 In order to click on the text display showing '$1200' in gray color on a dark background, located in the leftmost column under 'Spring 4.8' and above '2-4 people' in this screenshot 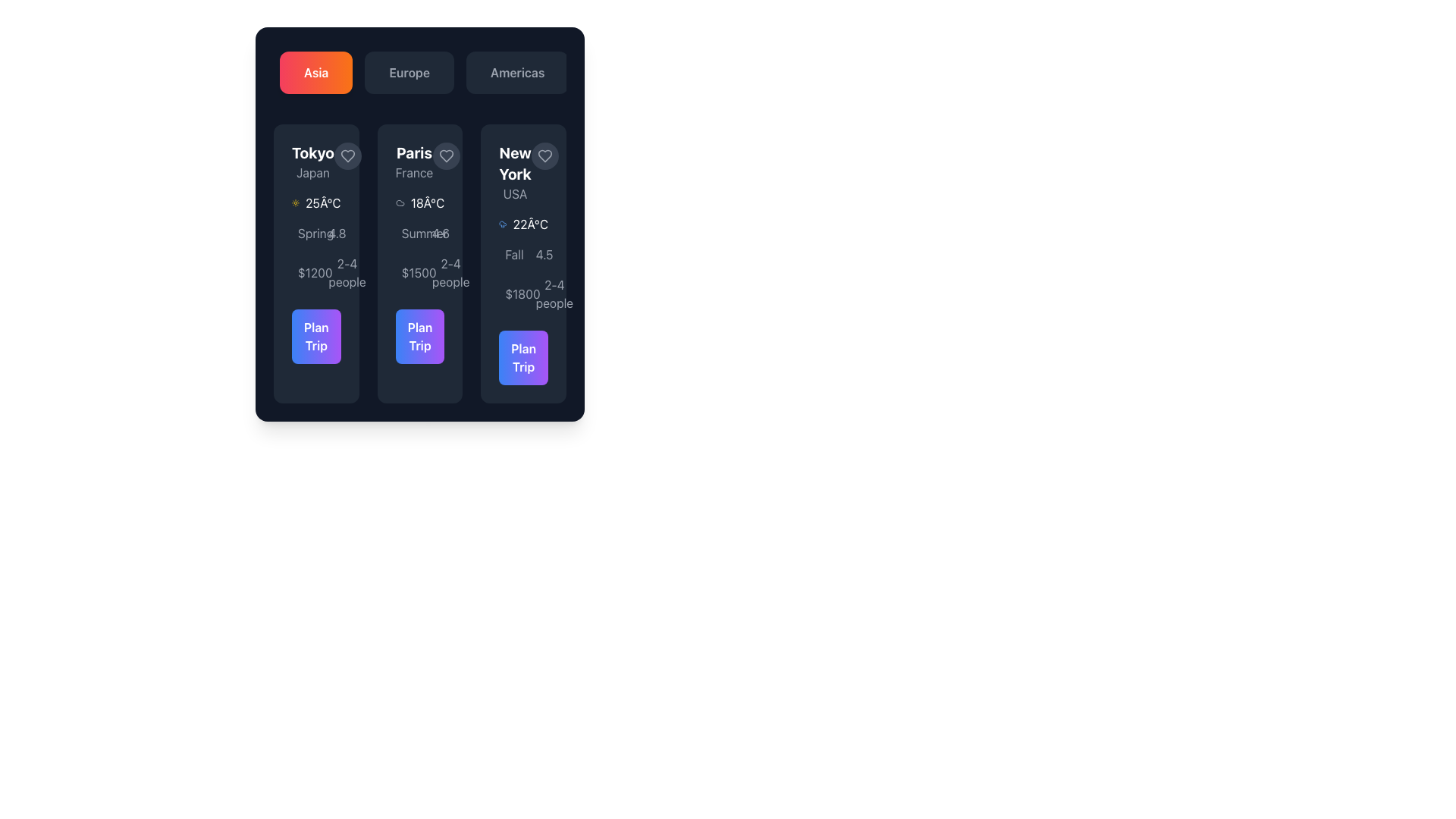, I will do `click(301, 271)`.